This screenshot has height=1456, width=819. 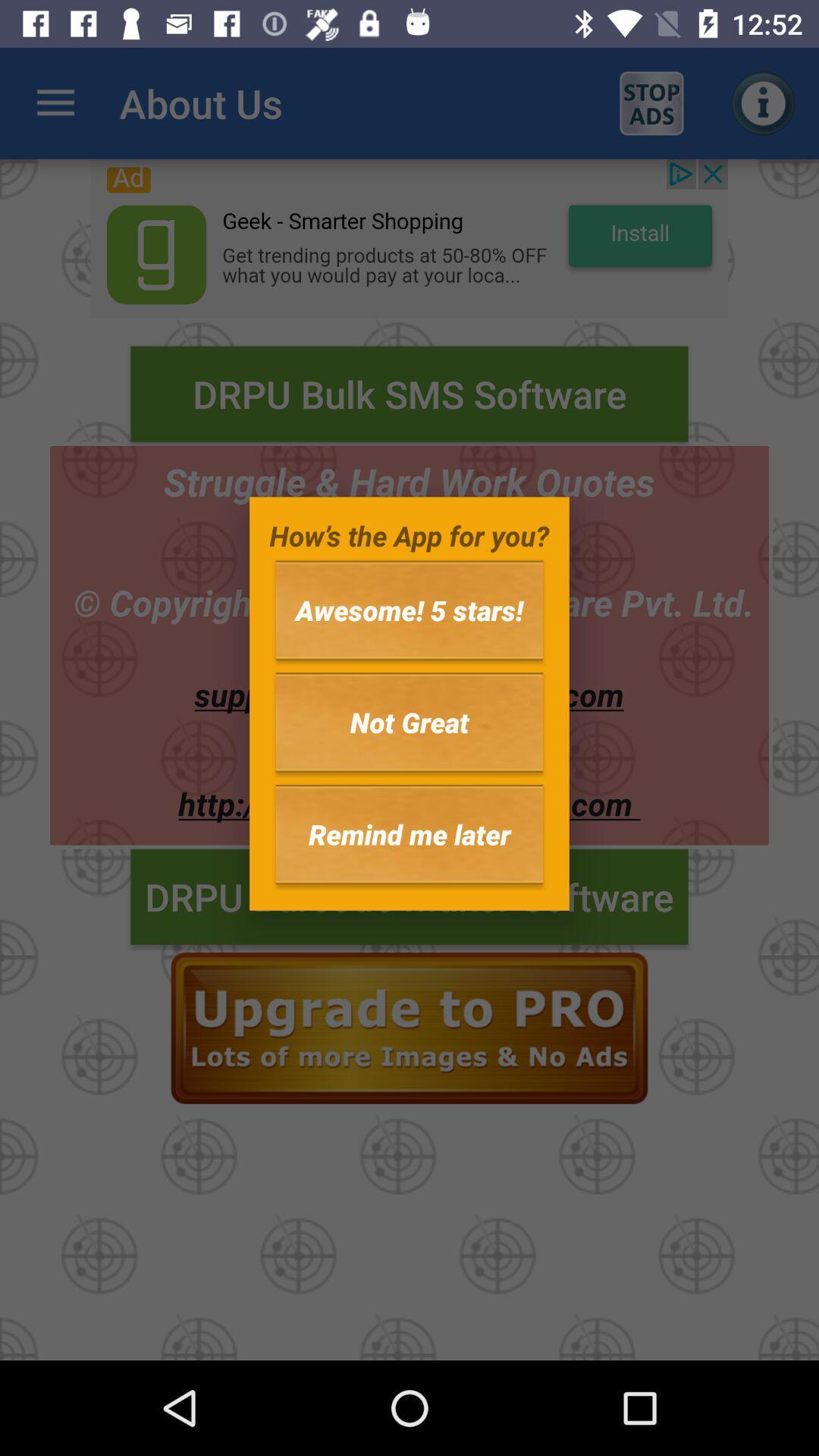 What do you see at coordinates (409, 721) in the screenshot?
I see `item below the awesome! 5 stars! icon` at bounding box center [409, 721].